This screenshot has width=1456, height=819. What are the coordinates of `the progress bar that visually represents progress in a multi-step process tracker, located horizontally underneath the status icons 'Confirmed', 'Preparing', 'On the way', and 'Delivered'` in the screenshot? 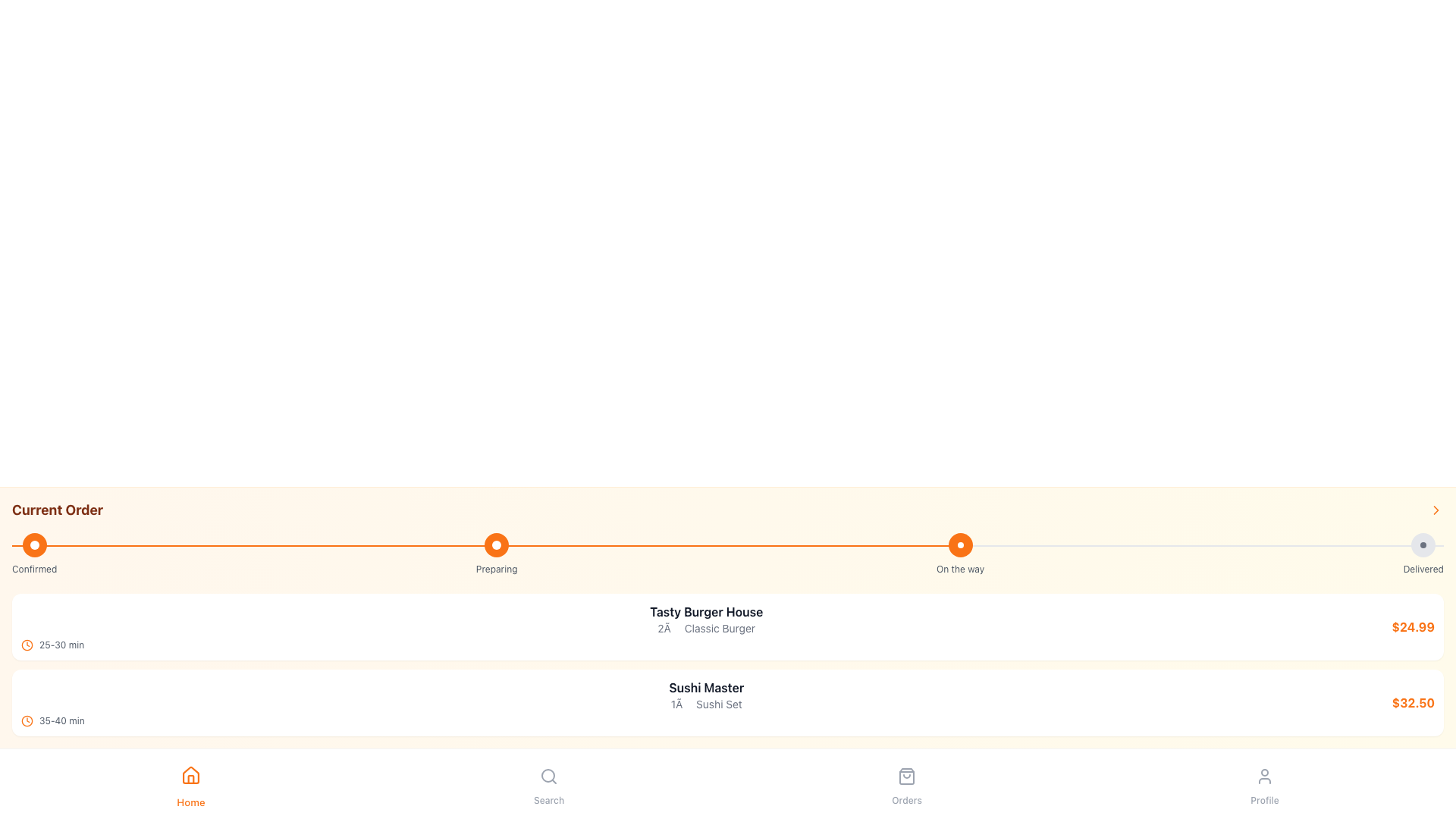 It's located at (728, 546).